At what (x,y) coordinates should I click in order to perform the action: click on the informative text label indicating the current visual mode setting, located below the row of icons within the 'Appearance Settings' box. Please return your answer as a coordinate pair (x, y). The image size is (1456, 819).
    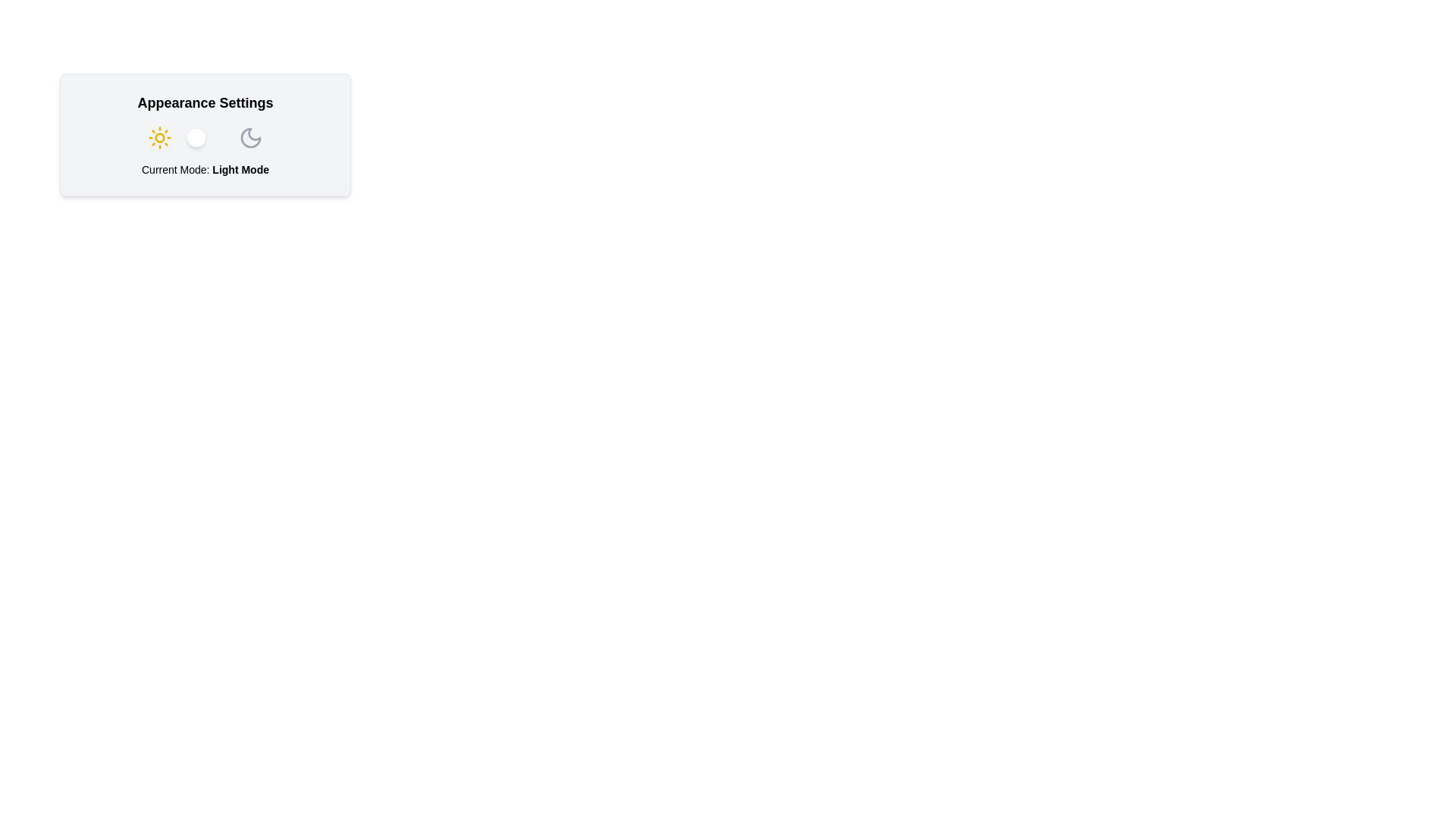
    Looking at the image, I should click on (204, 169).